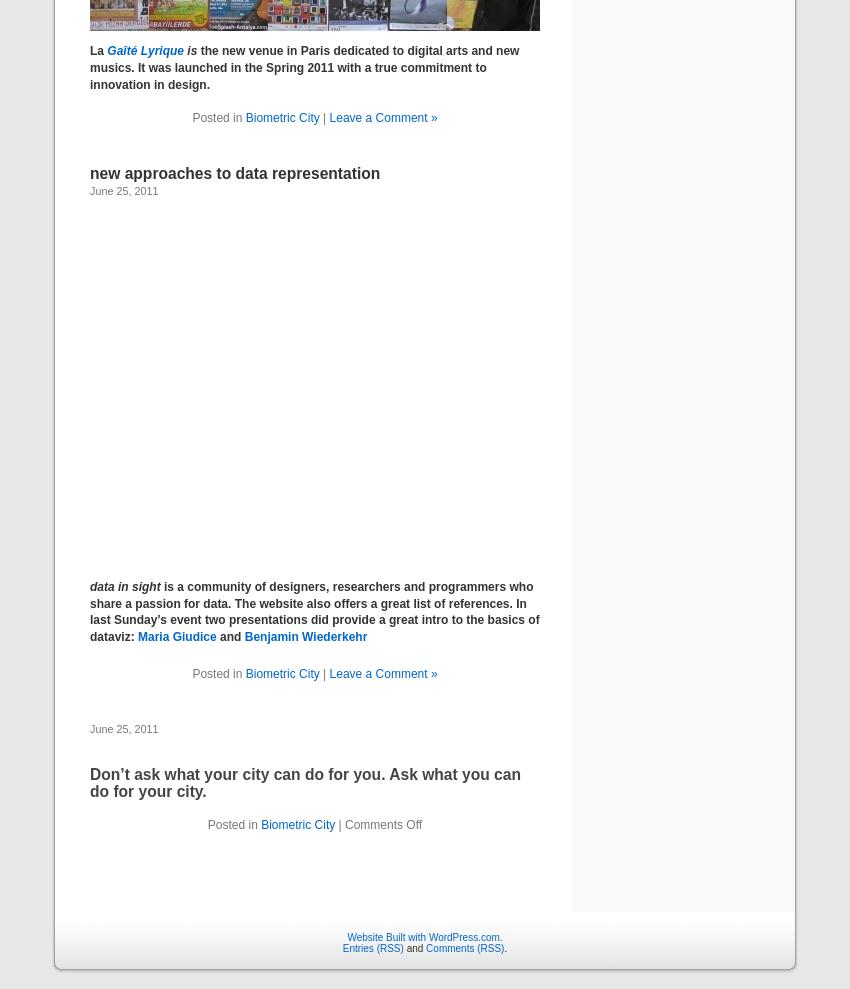  What do you see at coordinates (235, 172) in the screenshot?
I see `'new approaches to data representation'` at bounding box center [235, 172].